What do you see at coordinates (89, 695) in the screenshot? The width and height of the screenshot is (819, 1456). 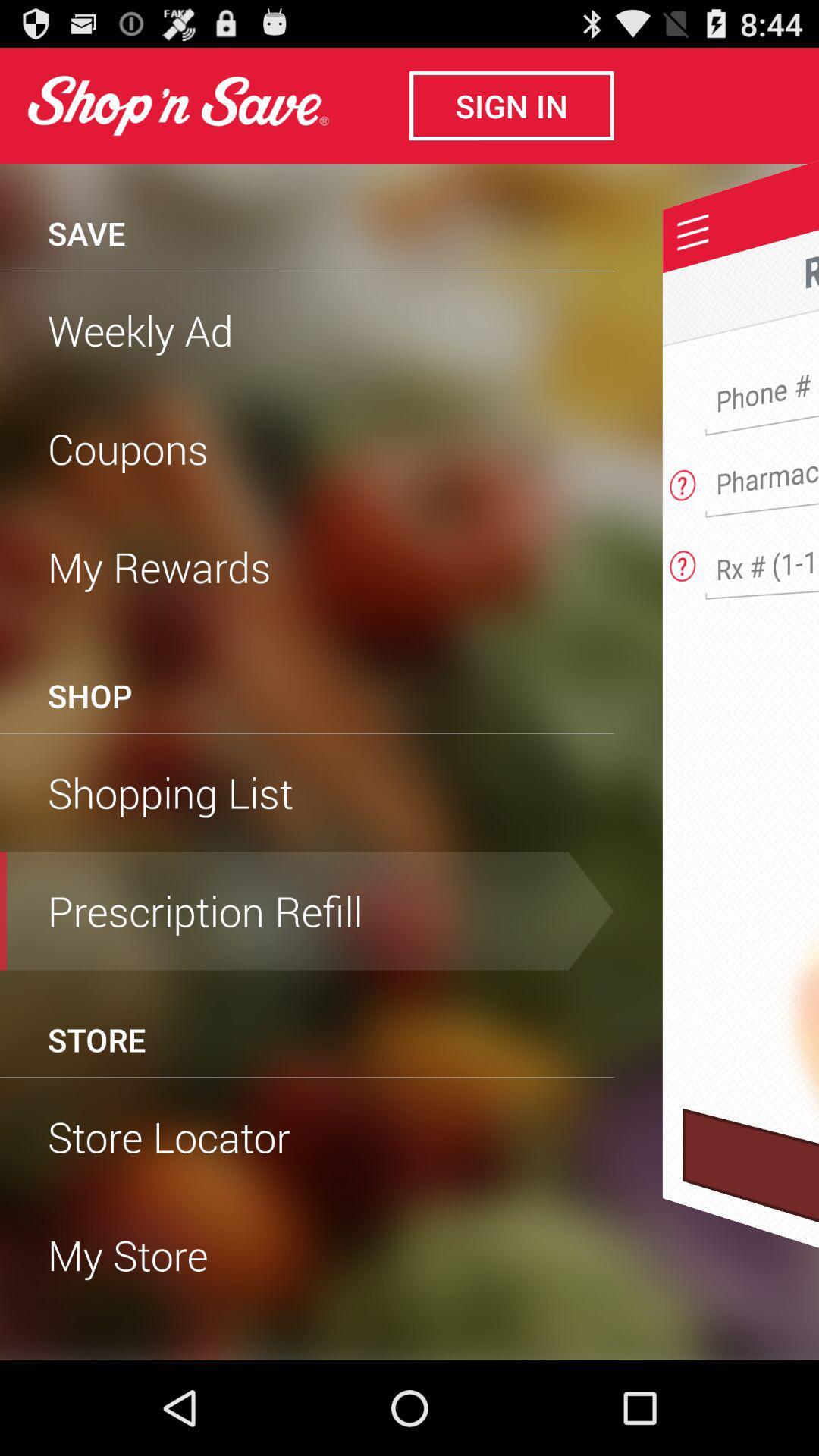 I see `the shop item` at bounding box center [89, 695].